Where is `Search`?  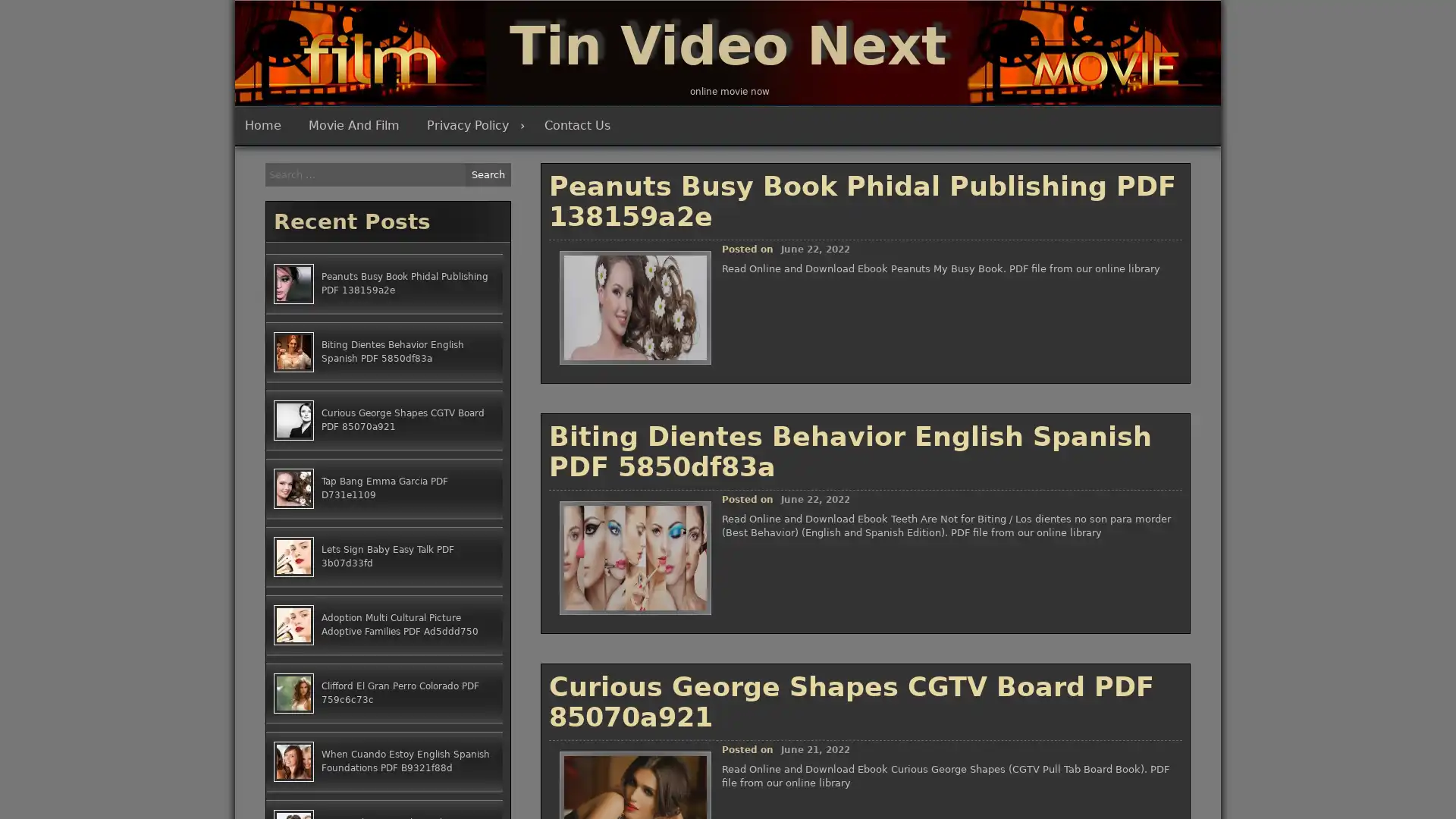
Search is located at coordinates (488, 174).